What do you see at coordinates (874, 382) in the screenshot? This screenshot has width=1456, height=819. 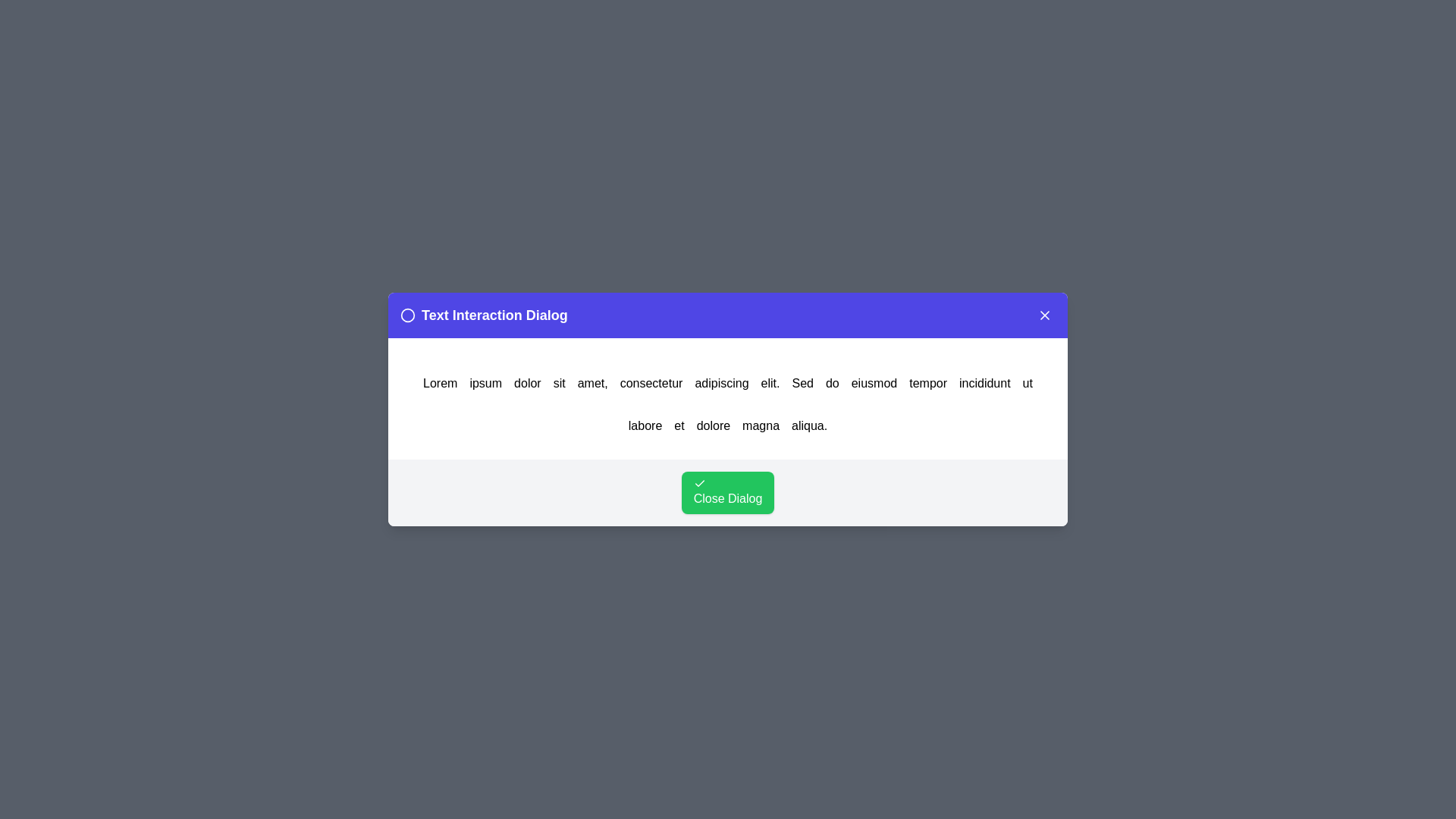 I see `the word eiusmod in the text to trigger an alert displaying the clicked word` at bounding box center [874, 382].